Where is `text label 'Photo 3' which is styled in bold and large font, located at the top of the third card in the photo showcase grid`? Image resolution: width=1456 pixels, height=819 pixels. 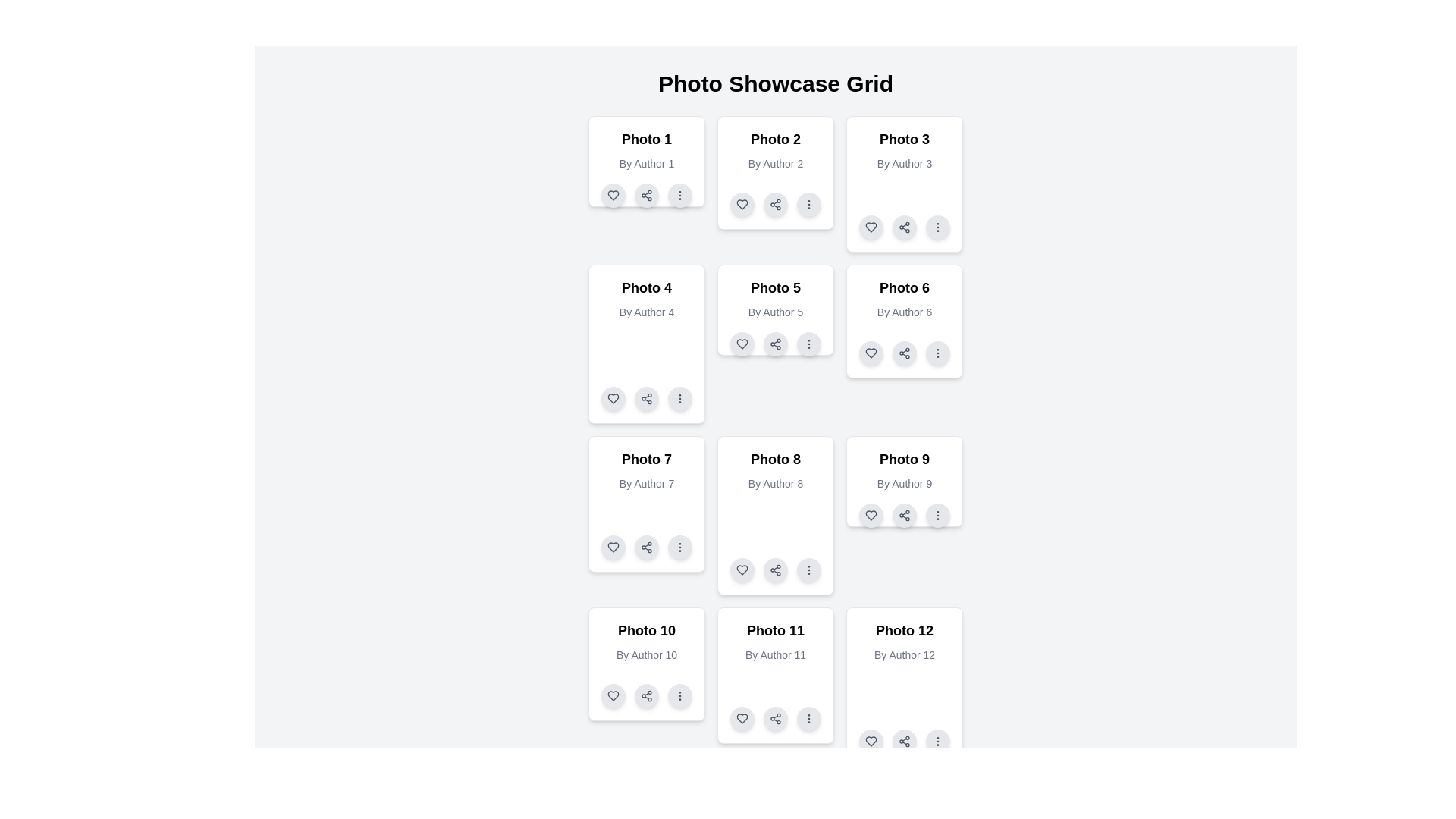
text label 'Photo 3' which is styled in bold and large font, located at the top of the third card in the photo showcase grid is located at coordinates (905, 140).